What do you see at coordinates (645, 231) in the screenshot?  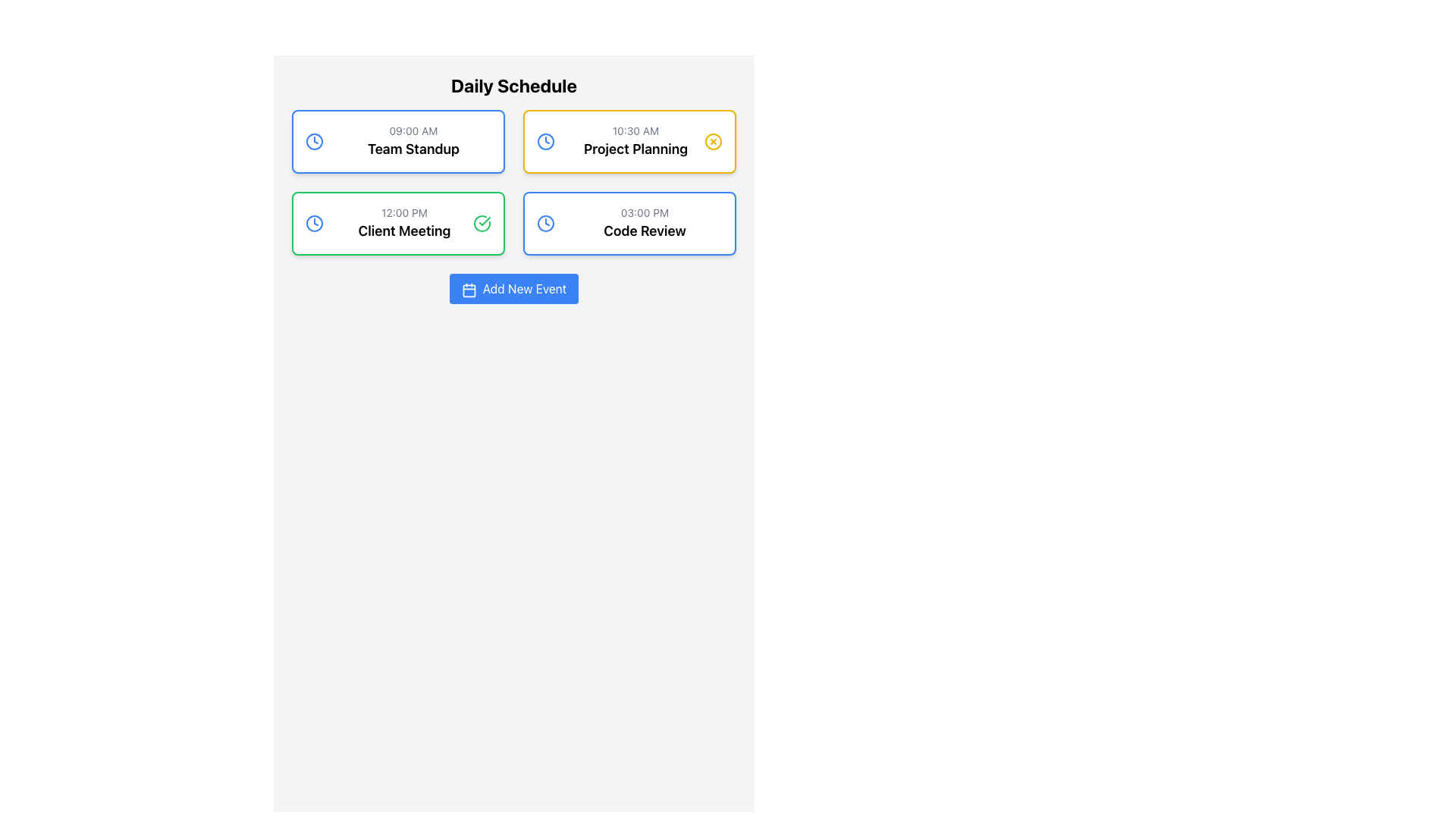 I see `the Text label located in the bottom-right of the schedule grid under the '03:00 PM' timestamp` at bounding box center [645, 231].